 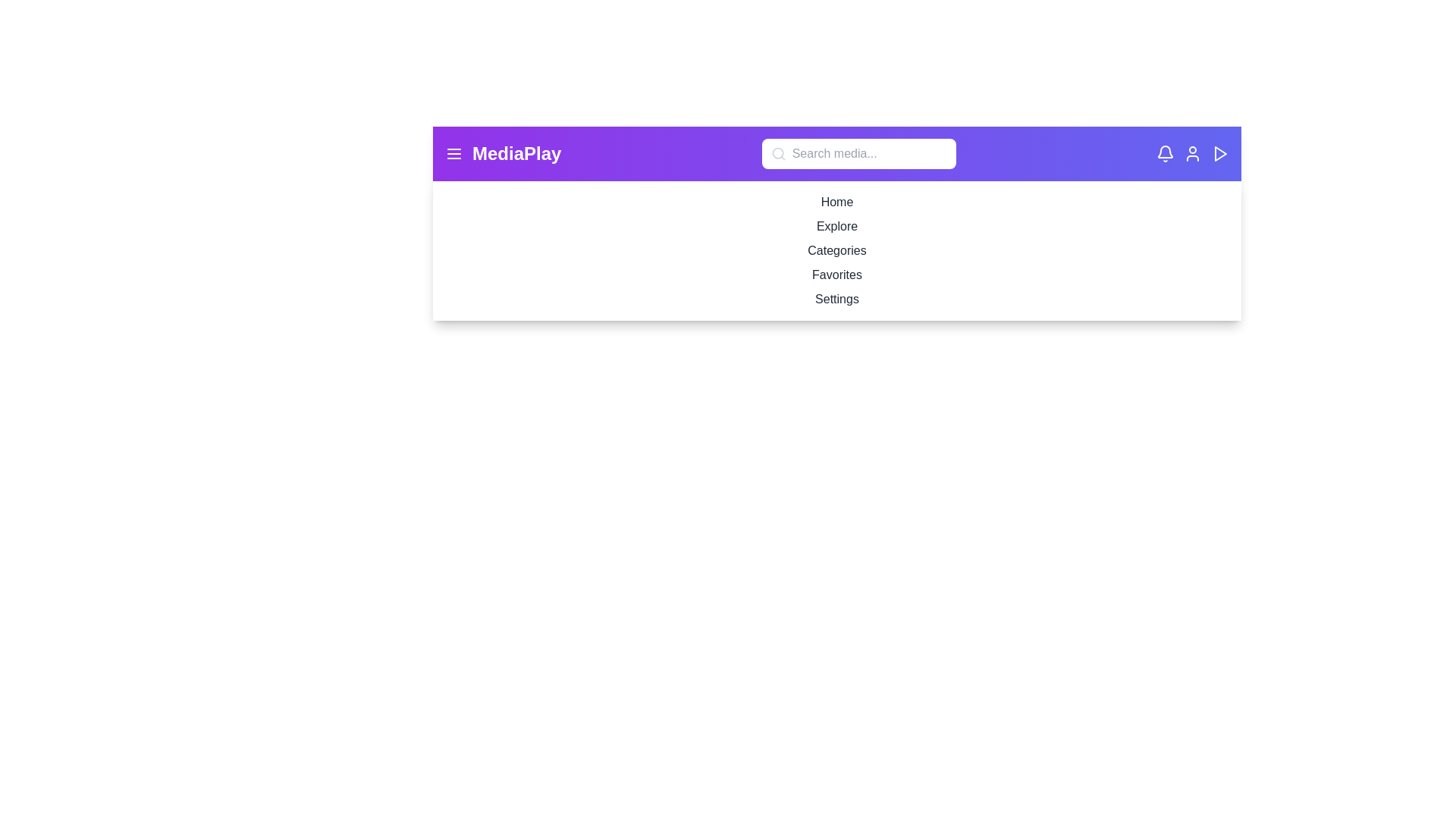 What do you see at coordinates (1164, 154) in the screenshot?
I see `the notification bell icon located on the rightmost side of the top navigation bar to potentially see a tooltip or visual change` at bounding box center [1164, 154].